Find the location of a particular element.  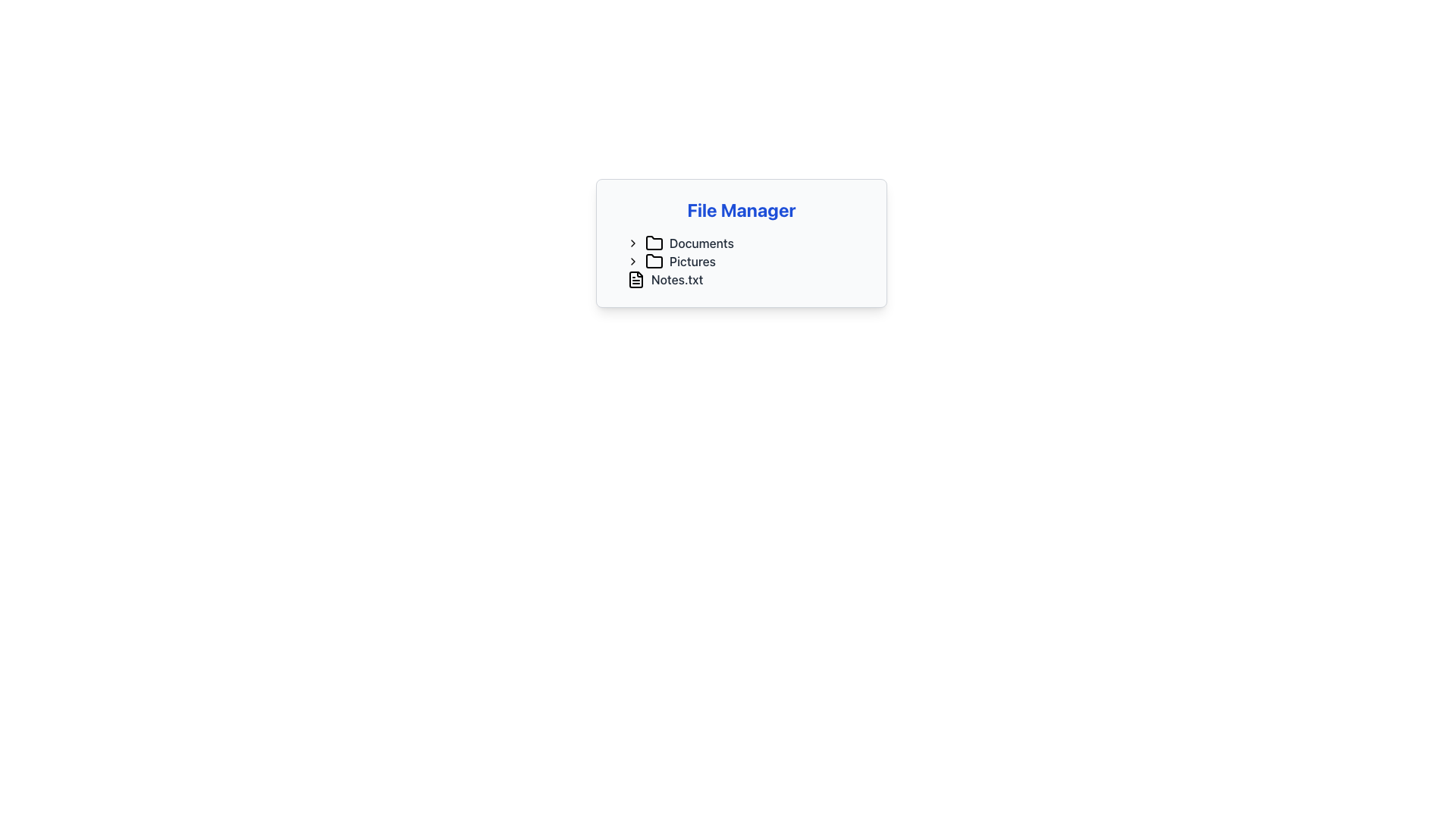

the curved rectangular graphical icon component of the trash icon, which is located under the 'Notes.txt' label in the file manager interface is located at coordinates (730, 281).